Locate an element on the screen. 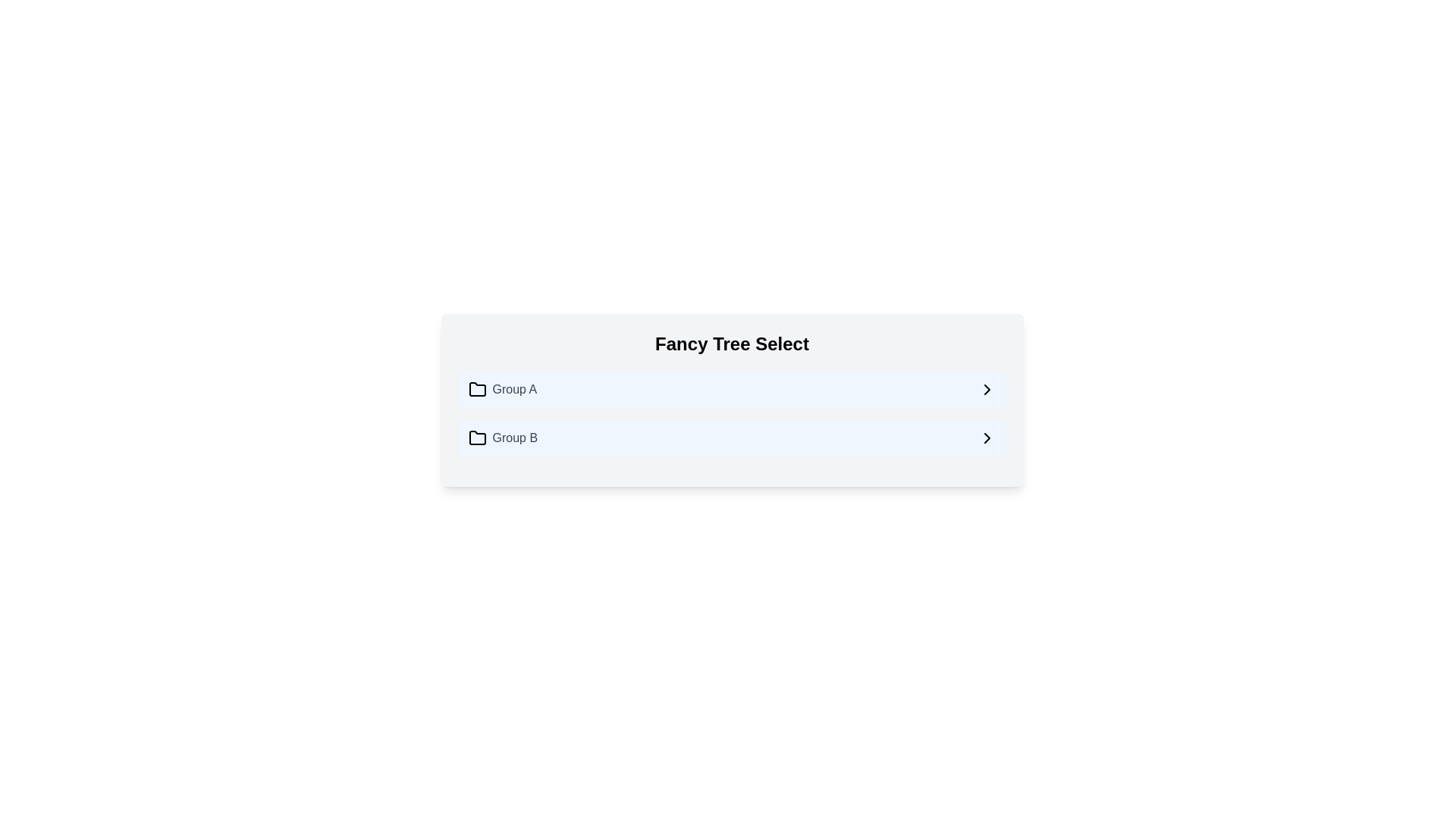 Image resolution: width=1456 pixels, height=819 pixels. the first selectable list item labeled 'Group A' is located at coordinates (732, 388).